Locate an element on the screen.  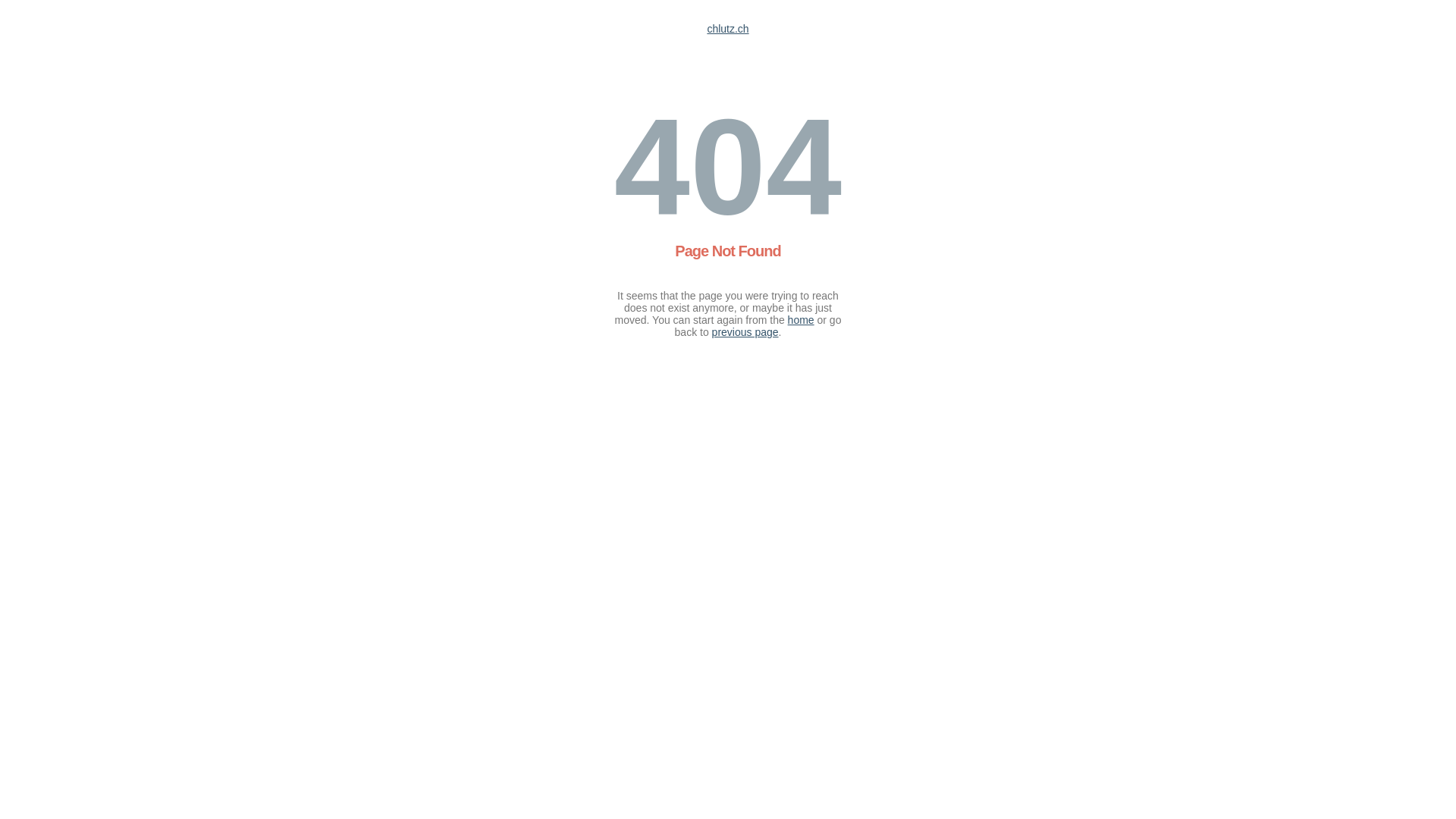
'previous page' is located at coordinates (745, 331).